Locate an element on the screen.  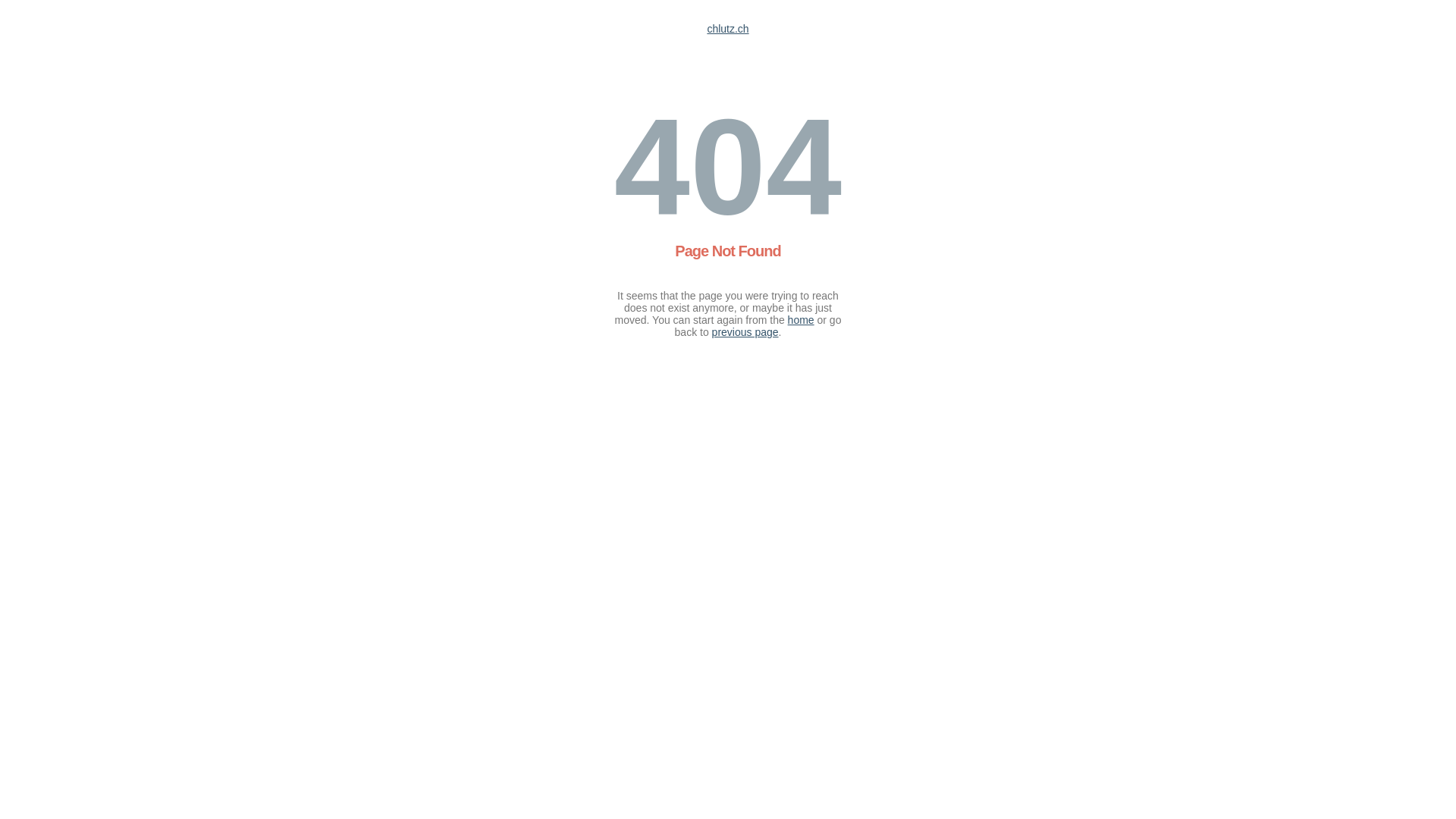
'previous page' is located at coordinates (745, 331).